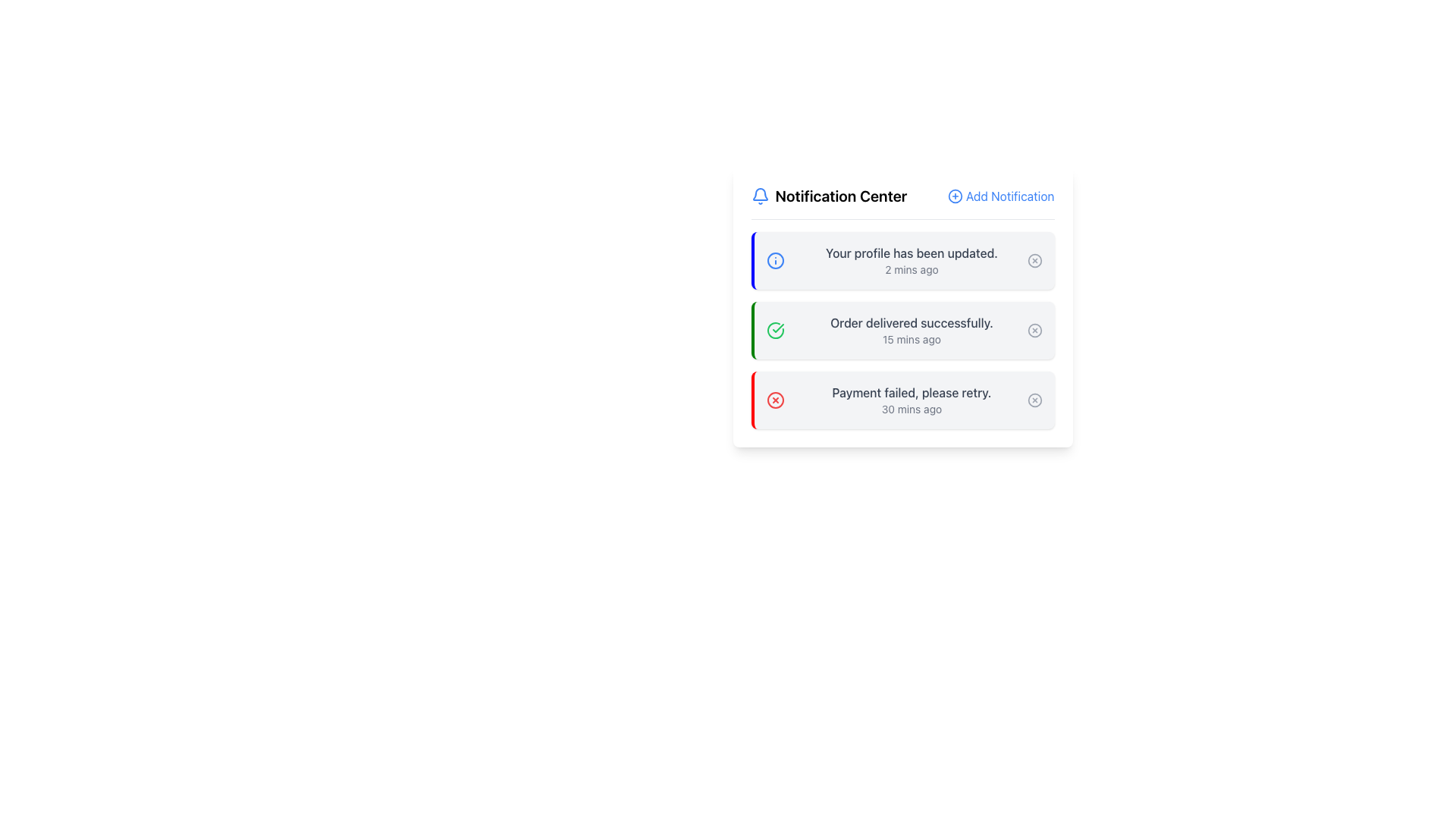 The width and height of the screenshot is (1456, 819). Describe the element at coordinates (911, 259) in the screenshot. I see `the notification message 'Your profile has been updated.' displayed at the top of the notification list in the notification center panel` at that location.